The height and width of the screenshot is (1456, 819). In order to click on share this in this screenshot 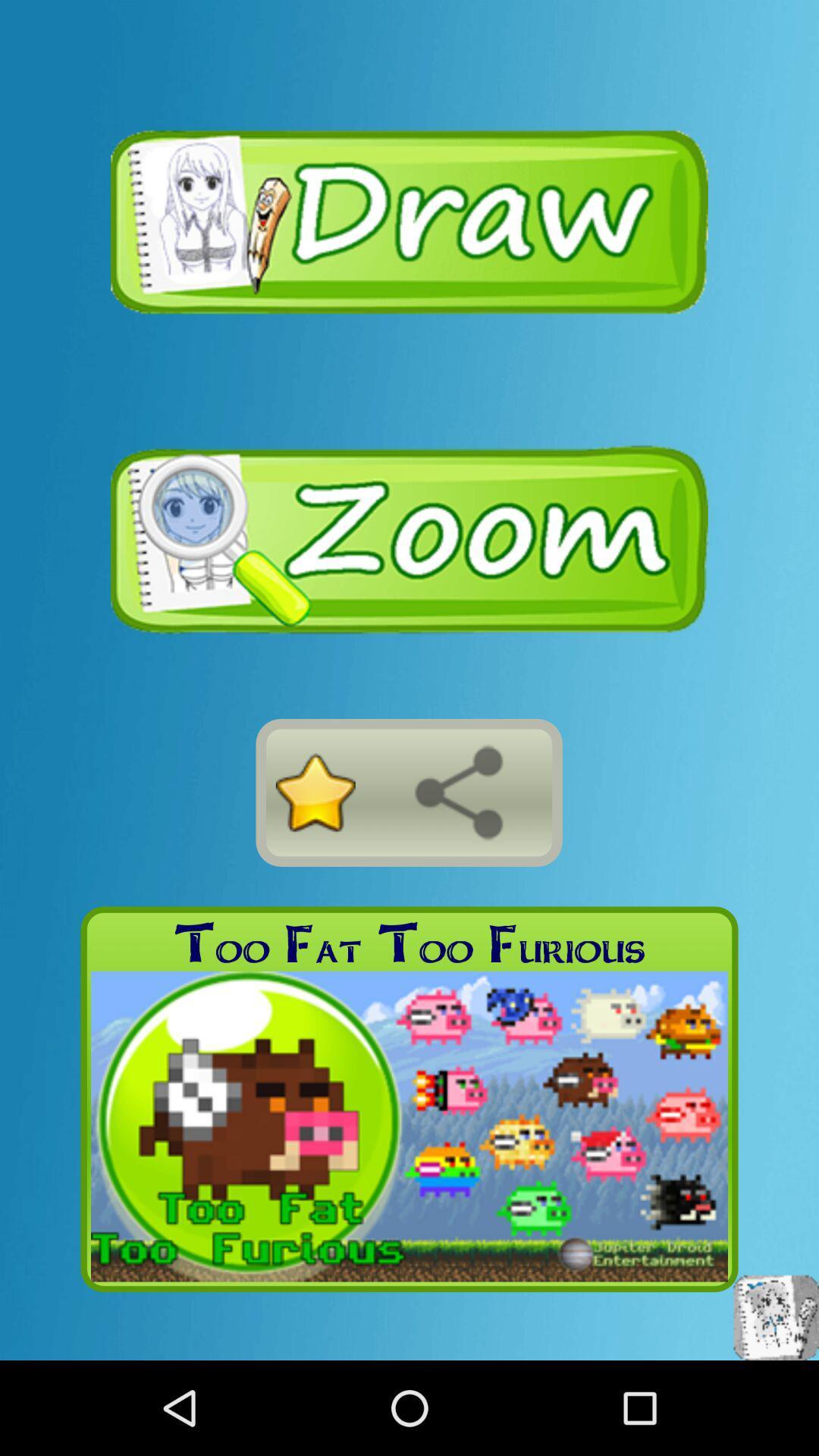, I will do `click(458, 792)`.